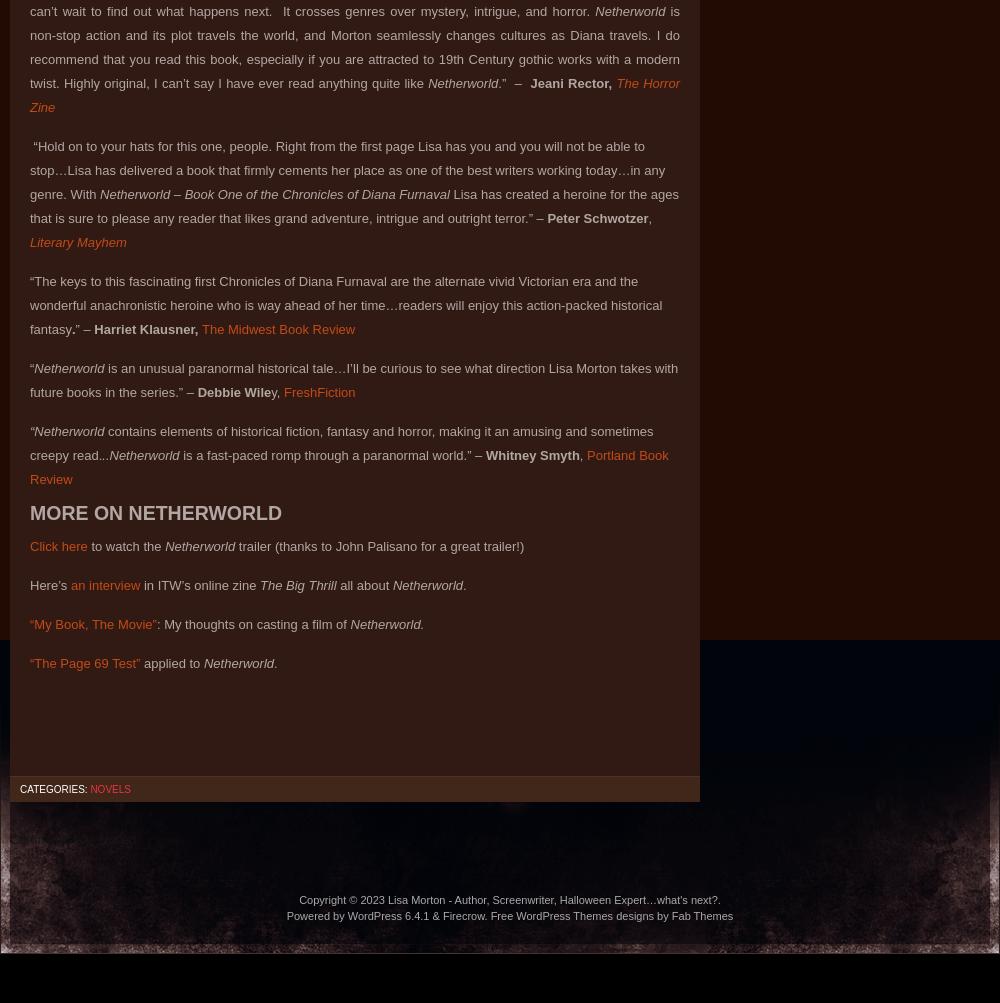 The height and width of the screenshot is (1003, 1000). Describe the element at coordinates (530, 455) in the screenshot. I see `'Whitney Smyth'` at that location.